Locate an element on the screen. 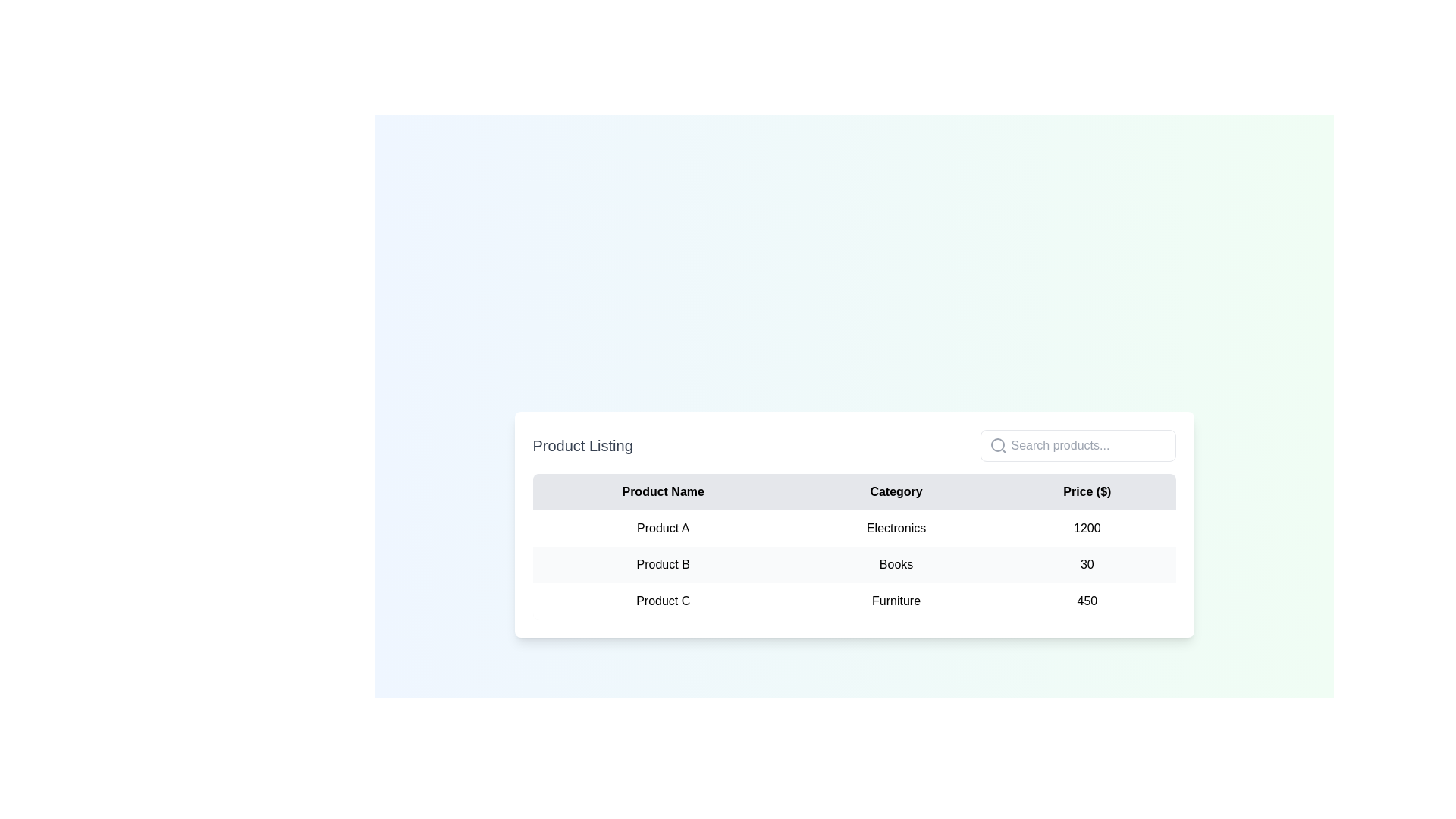 The image size is (1456, 819). the text label in the second column of the last row of the table under the 'Category' header, which identifies the category of the product listed in the same row is located at coordinates (896, 601).